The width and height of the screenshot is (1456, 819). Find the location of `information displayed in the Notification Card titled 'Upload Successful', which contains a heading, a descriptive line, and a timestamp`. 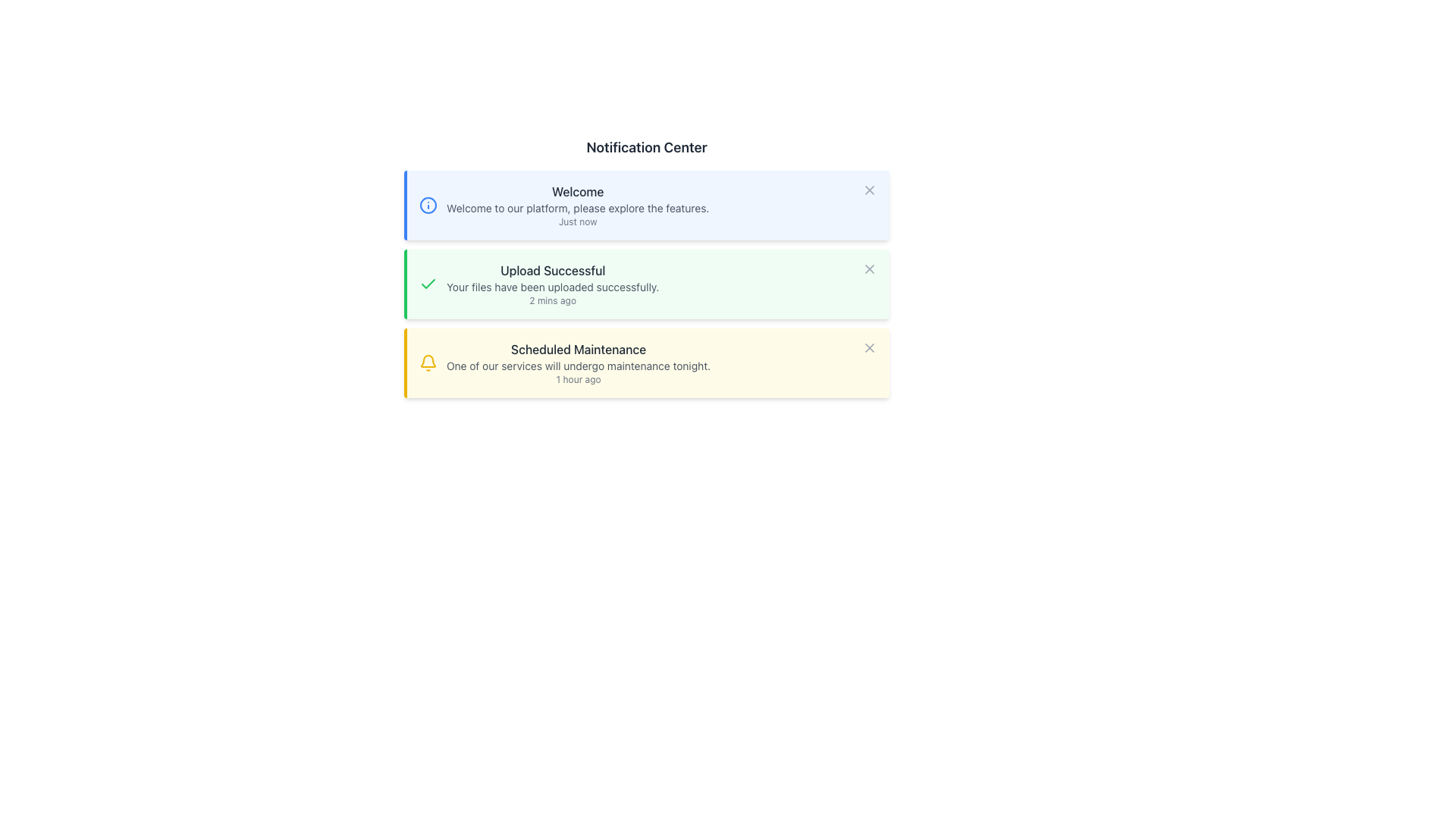

information displayed in the Notification Card titled 'Upload Successful', which contains a heading, a descriptive line, and a timestamp is located at coordinates (552, 284).